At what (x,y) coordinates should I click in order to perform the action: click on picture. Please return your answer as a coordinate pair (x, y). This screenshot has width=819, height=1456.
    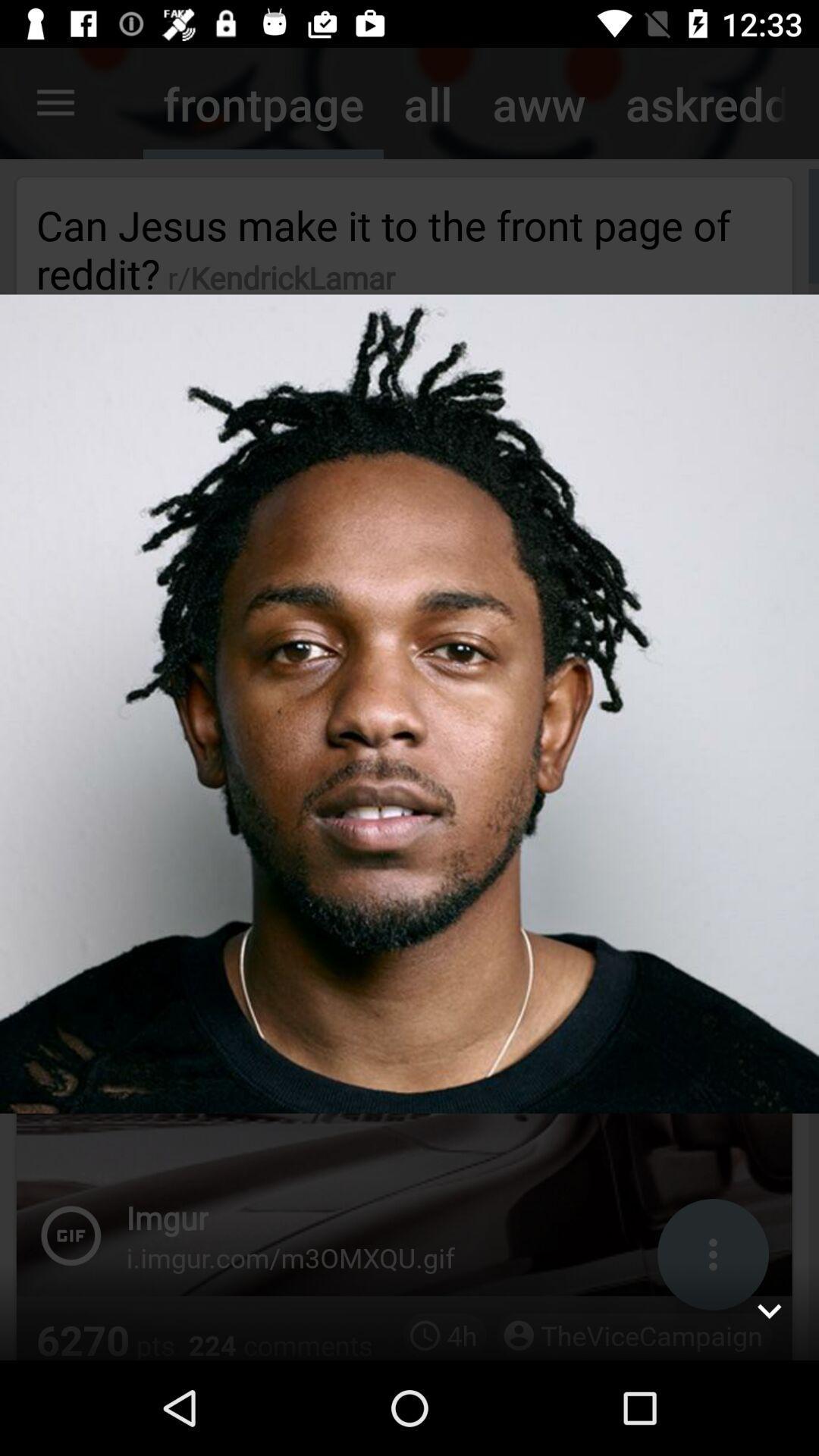
    Looking at the image, I should click on (769, 1310).